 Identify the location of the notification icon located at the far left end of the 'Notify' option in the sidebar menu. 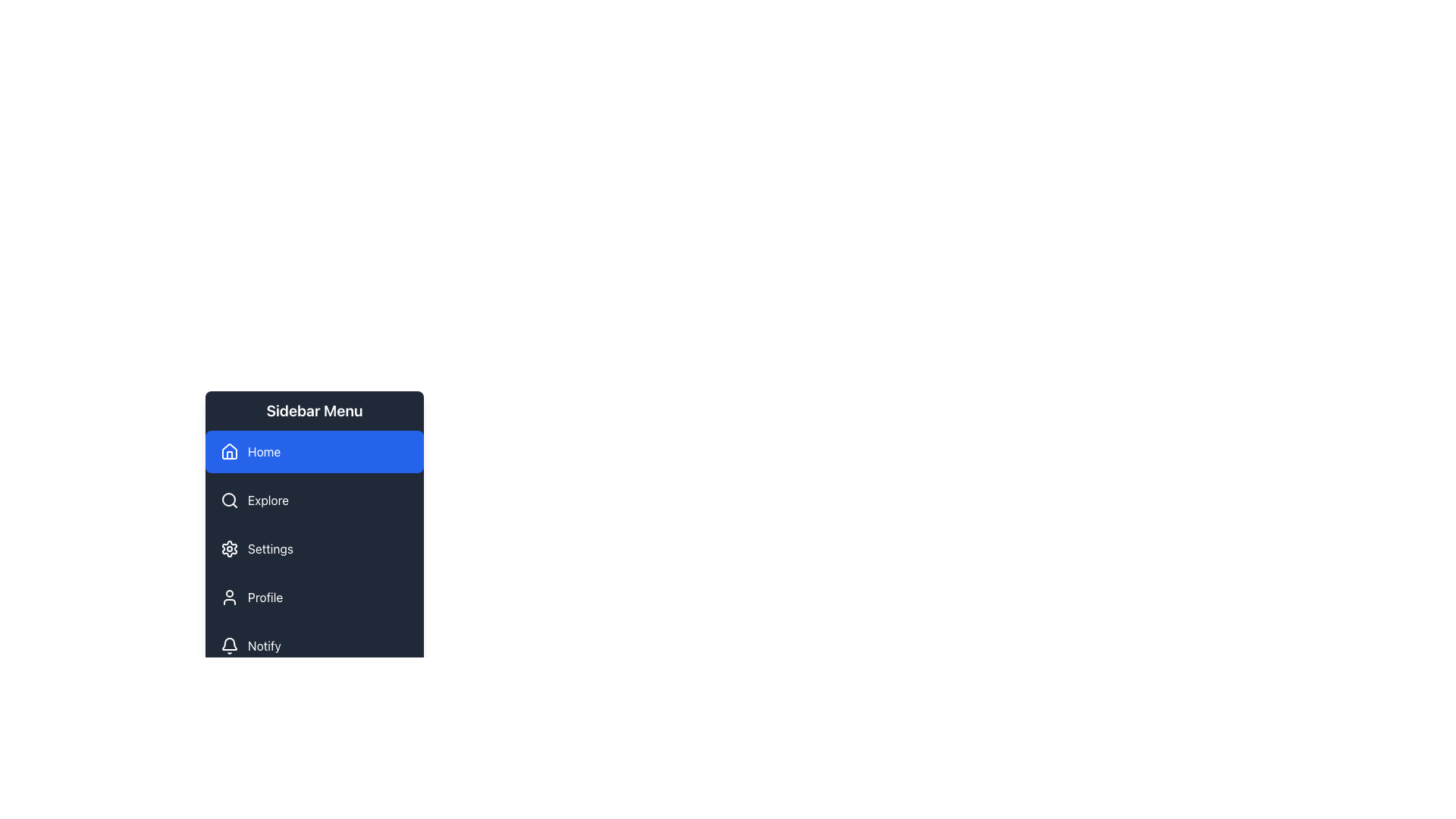
(228, 646).